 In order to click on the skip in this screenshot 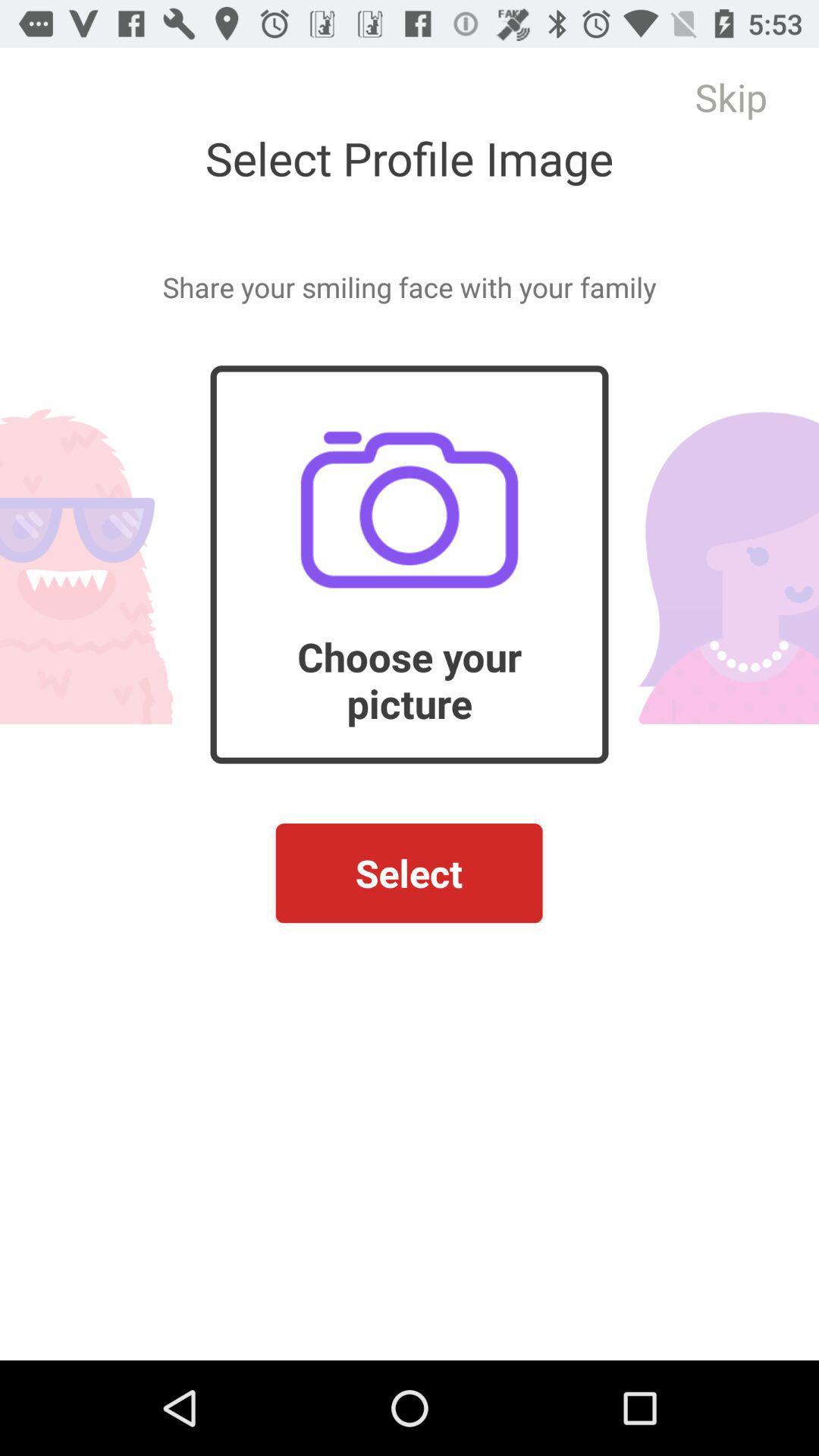, I will do `click(730, 96)`.